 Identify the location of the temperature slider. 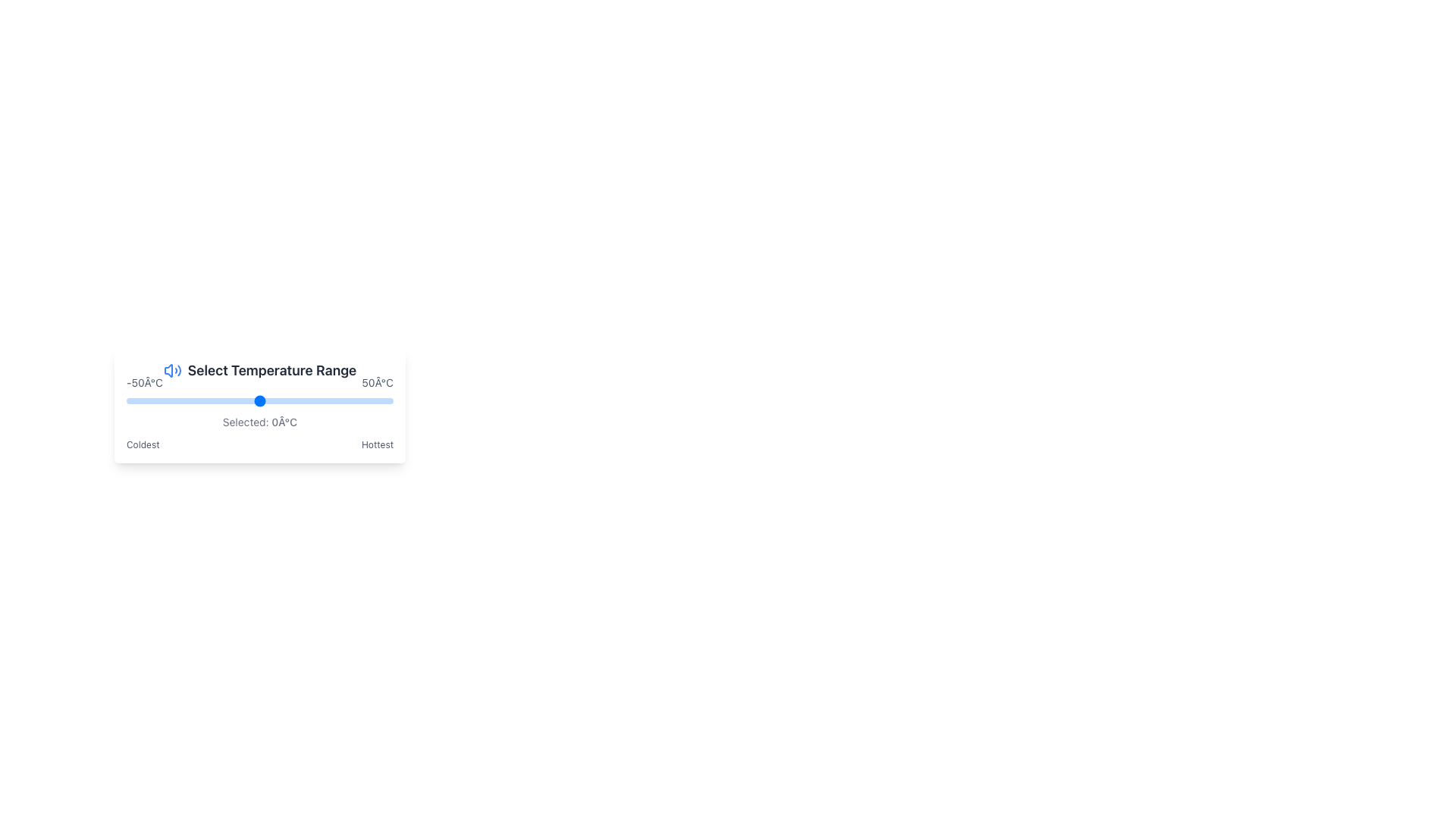
(216, 400).